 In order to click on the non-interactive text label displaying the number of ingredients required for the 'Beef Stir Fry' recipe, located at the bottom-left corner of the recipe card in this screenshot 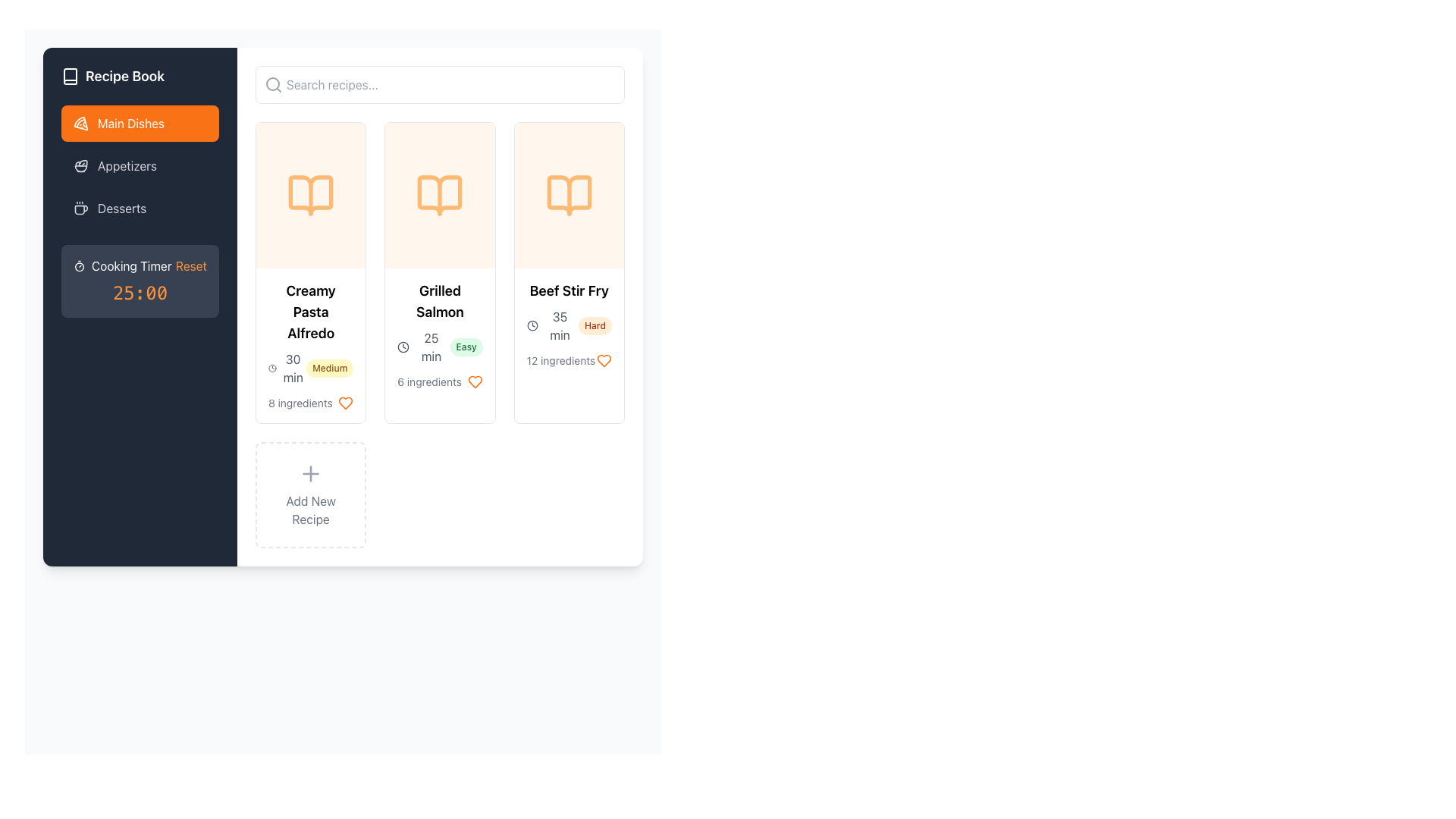, I will do `click(560, 360)`.